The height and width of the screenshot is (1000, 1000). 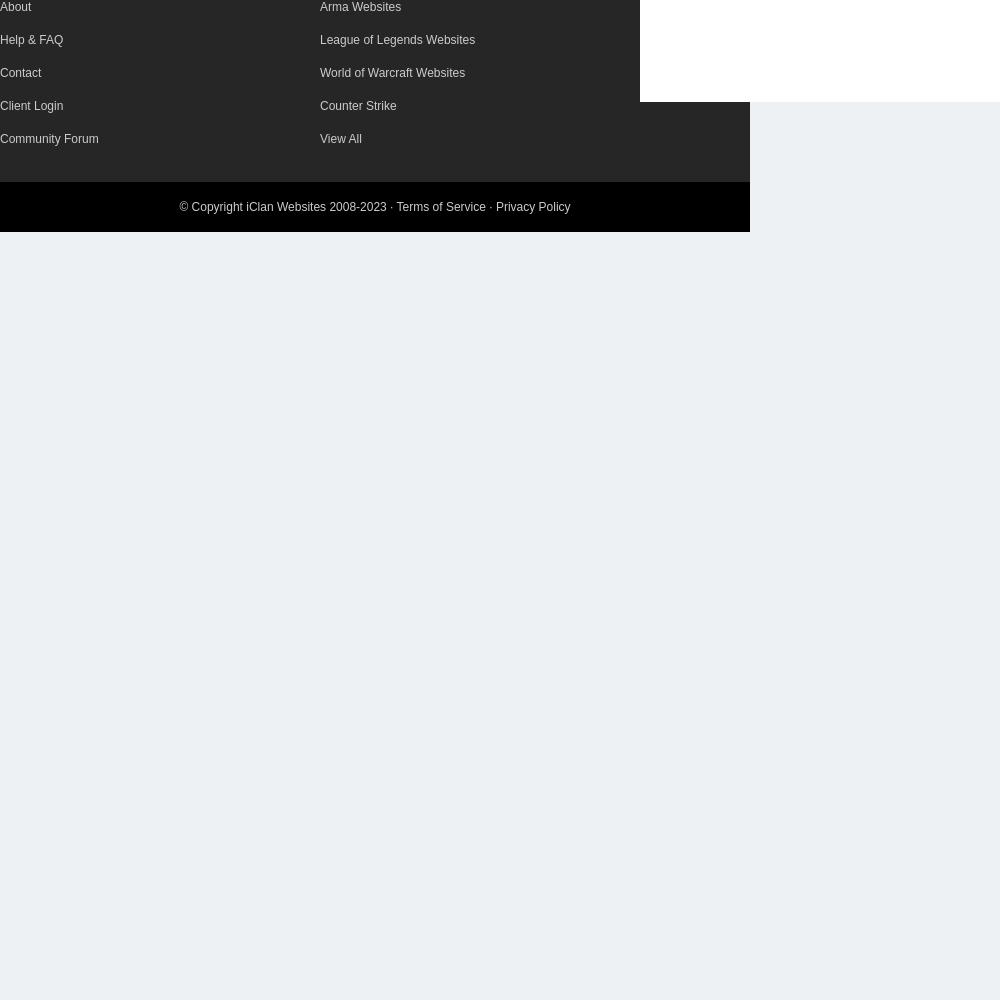 I want to click on 'Client Login', so click(x=31, y=105).